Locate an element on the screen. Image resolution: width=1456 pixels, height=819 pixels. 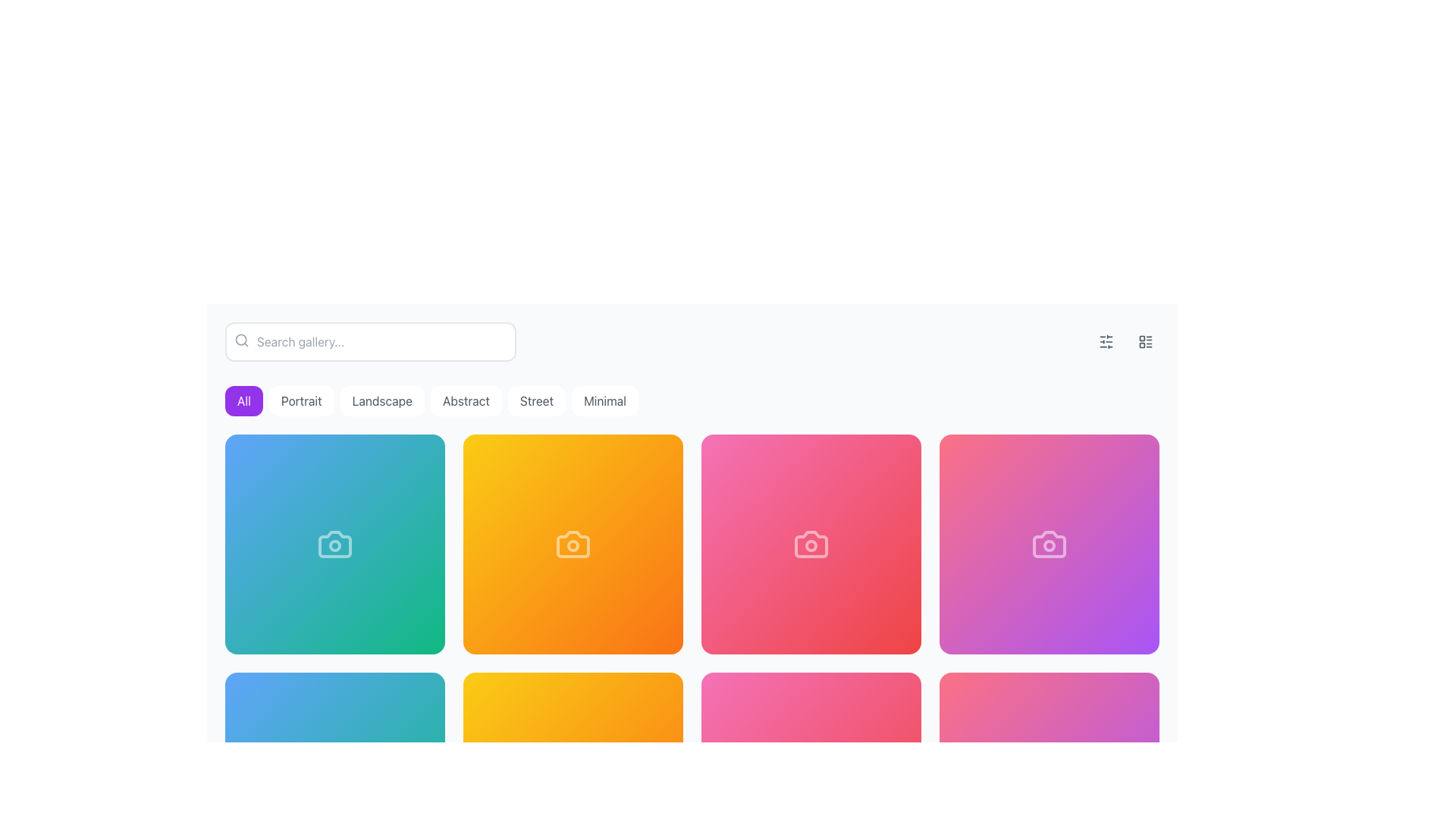
the 'Street' button, which is the fifth button from the left in a group of six category buttons is located at coordinates (537, 400).